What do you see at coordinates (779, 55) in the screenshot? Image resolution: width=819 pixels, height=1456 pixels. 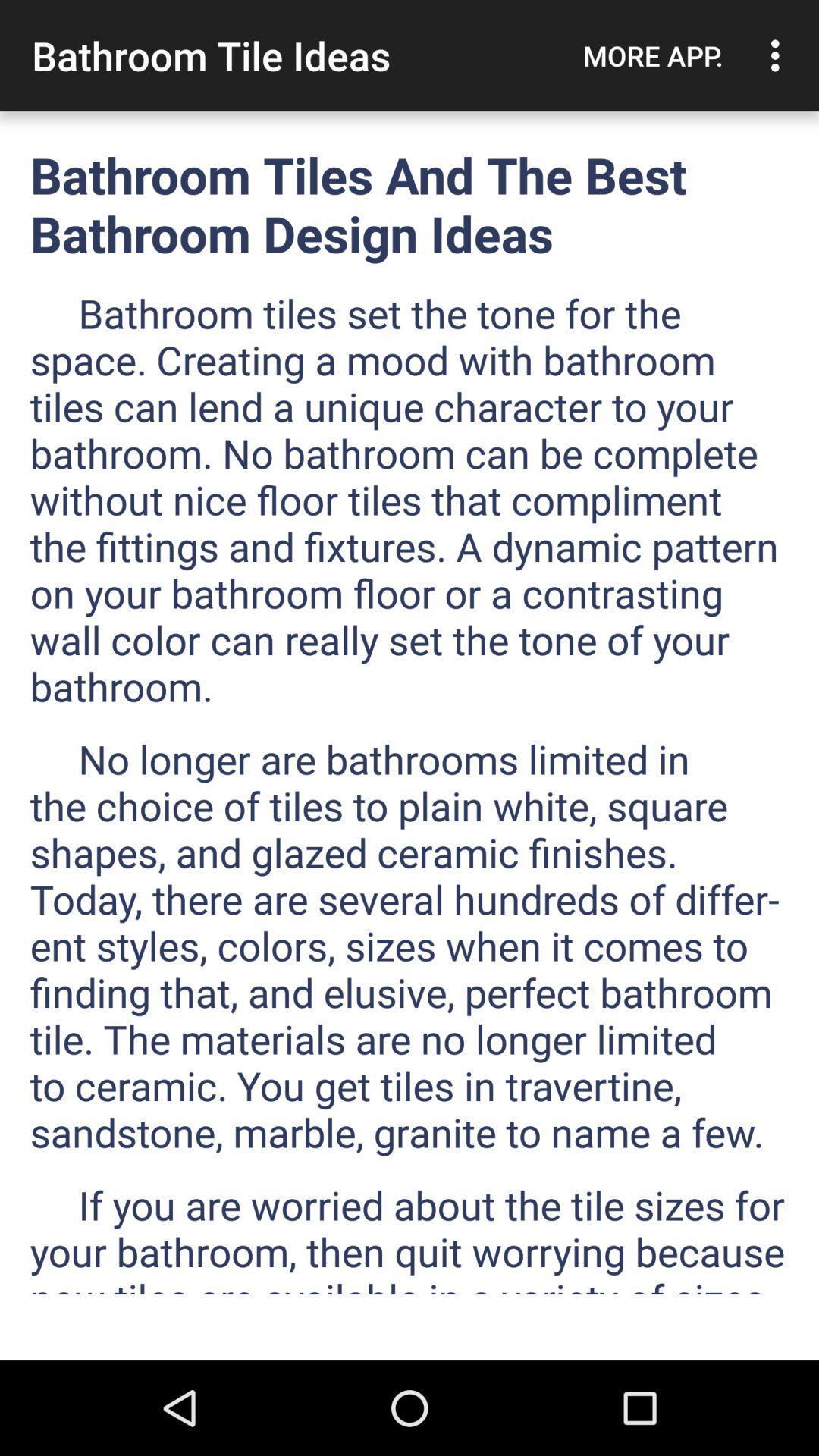 I see `the item above bathroom tiles and` at bounding box center [779, 55].